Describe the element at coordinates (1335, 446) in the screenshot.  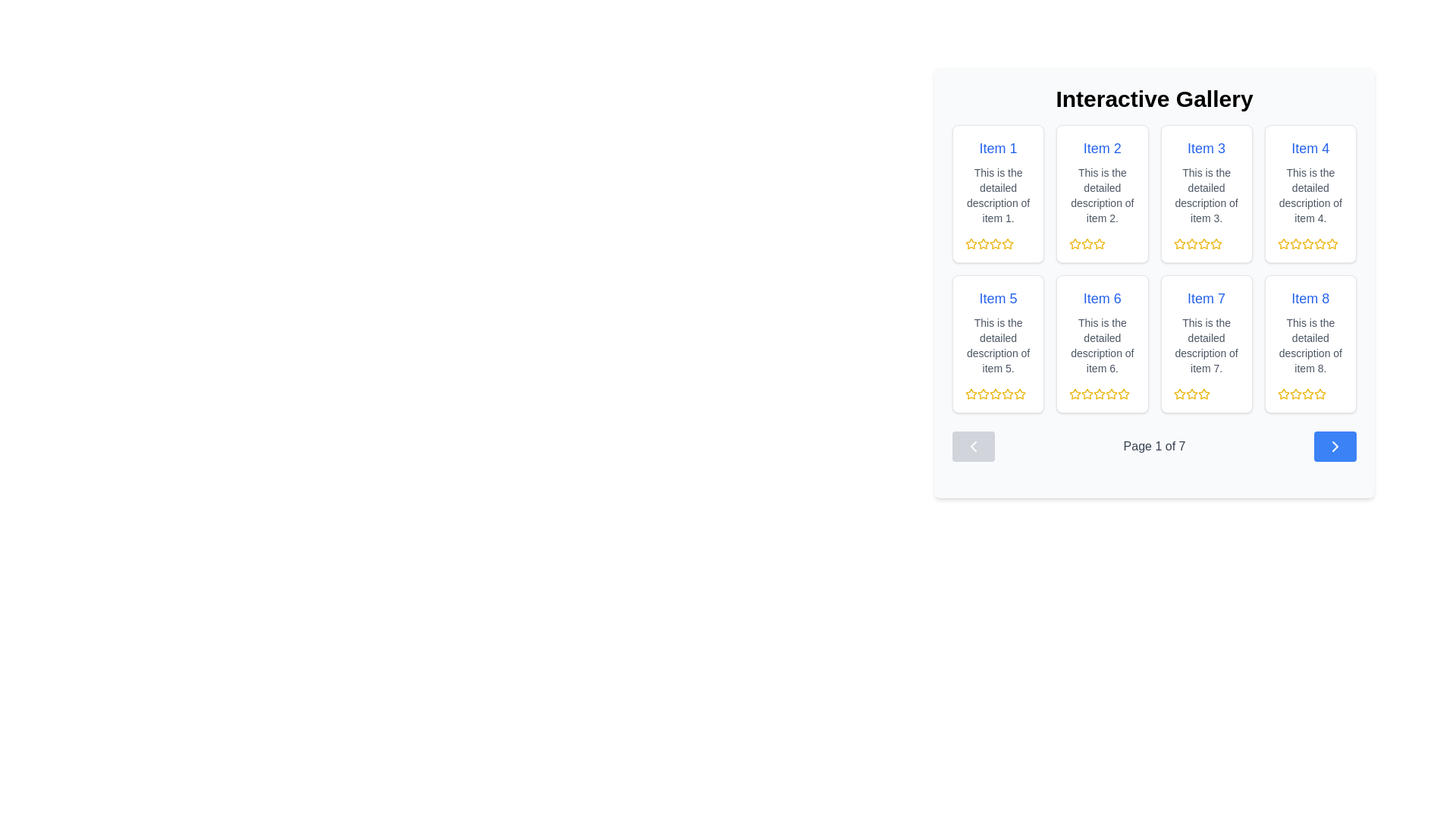
I see `the right-pointing chevron icon located in the bottom-right corner of the panel` at that location.